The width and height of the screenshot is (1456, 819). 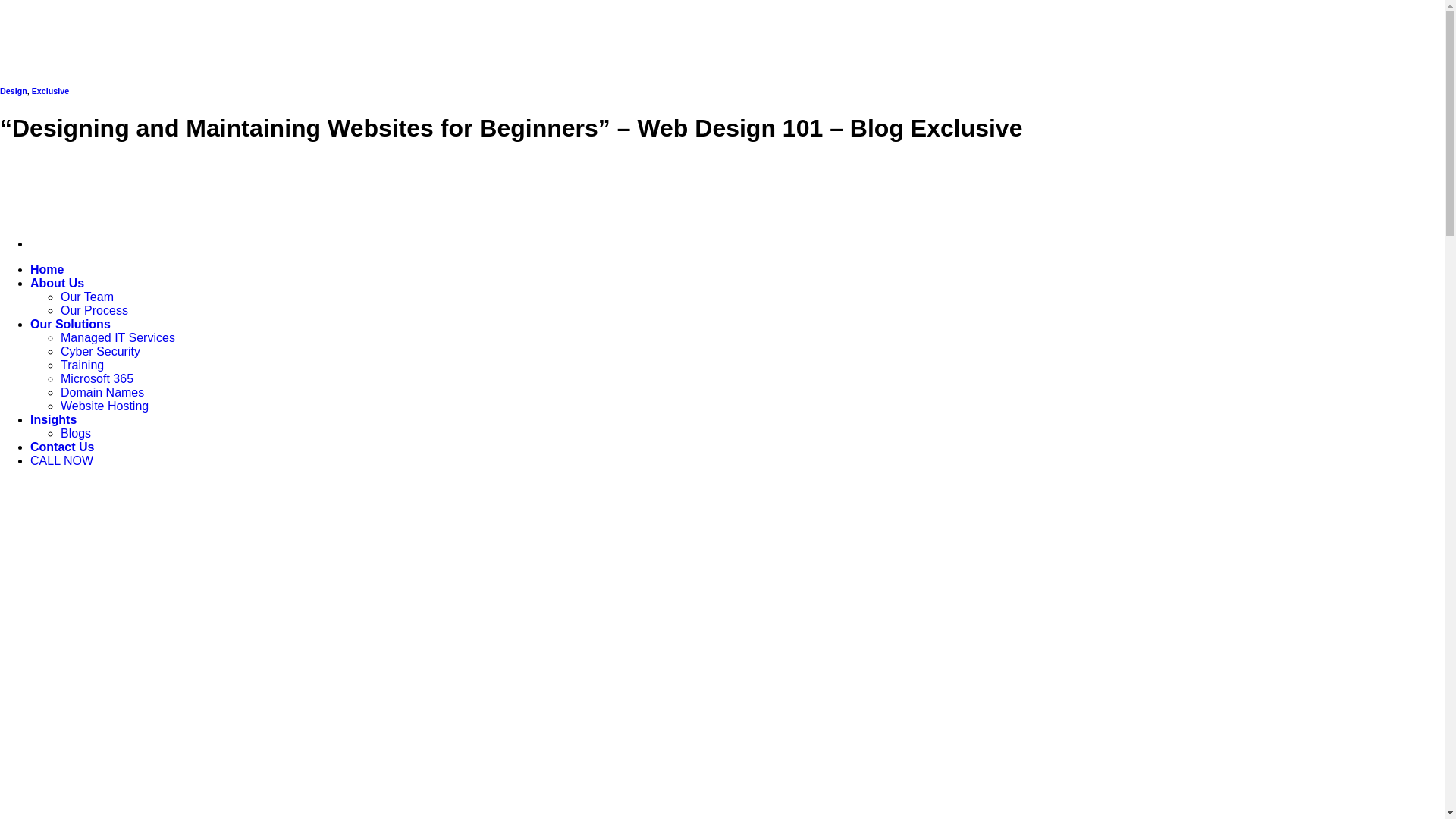 I want to click on 'About Us', so click(x=57, y=283).